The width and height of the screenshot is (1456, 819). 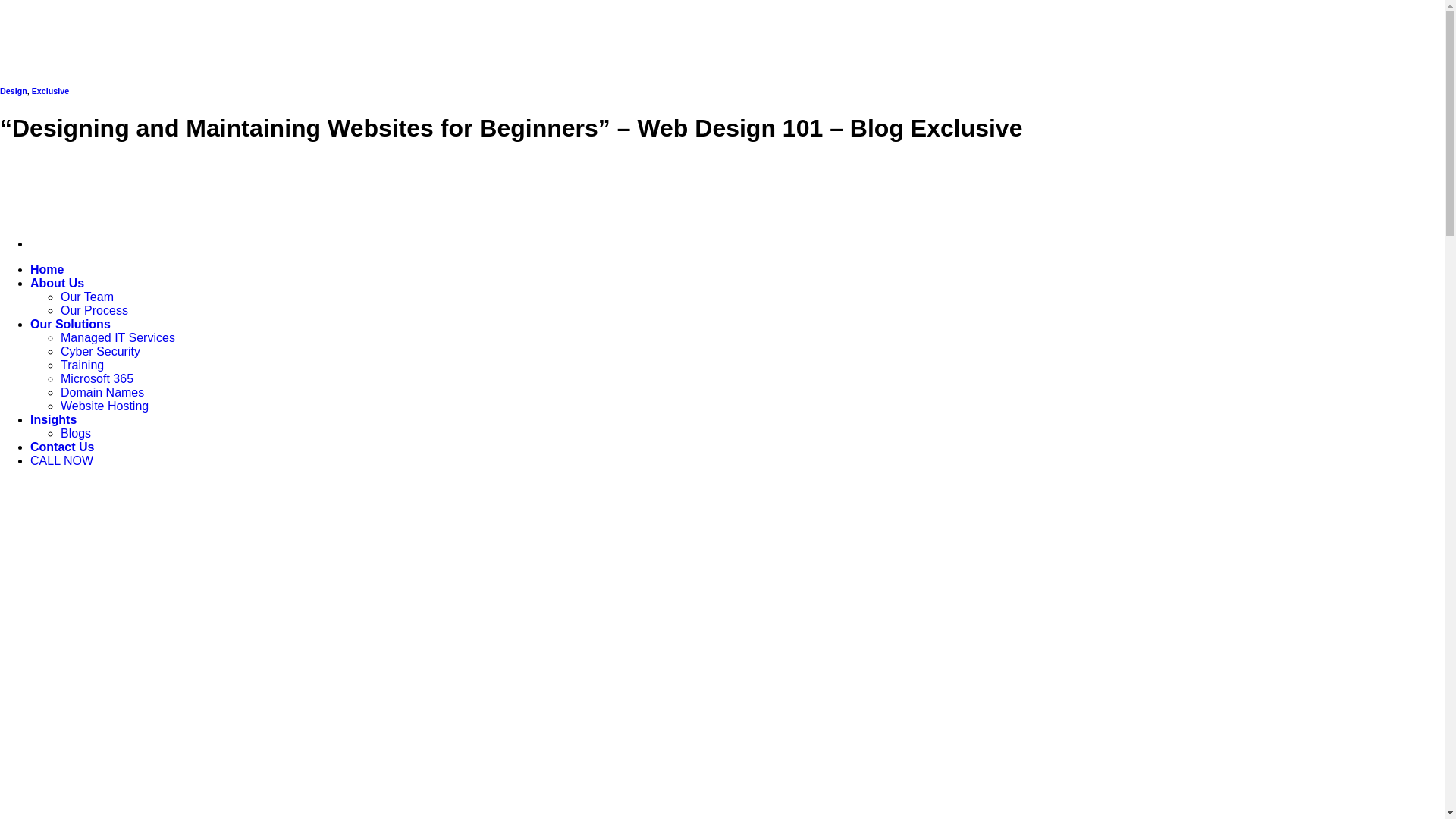 I want to click on 'About Us', so click(x=57, y=283).